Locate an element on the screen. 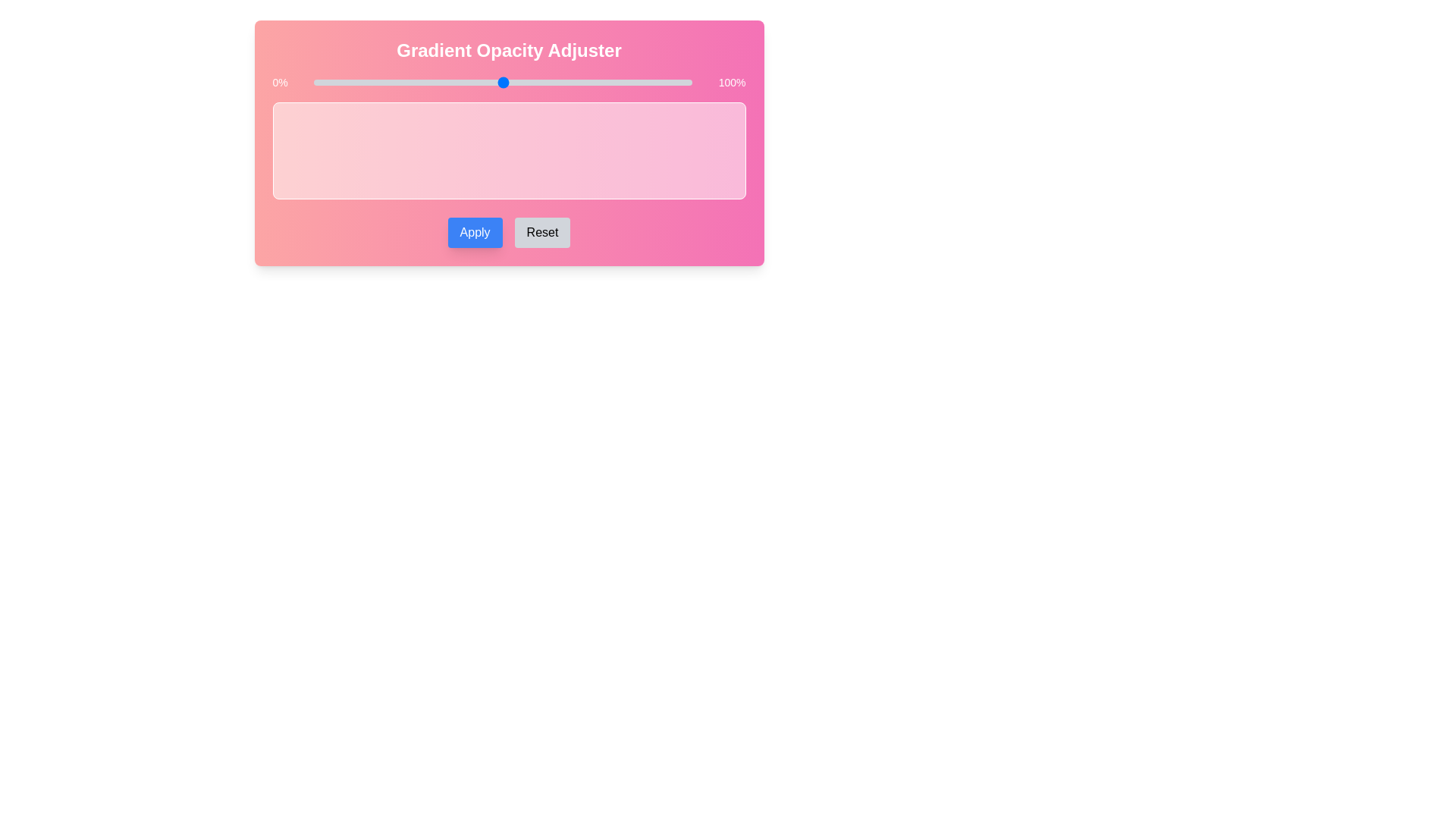 Image resolution: width=1456 pixels, height=819 pixels. the slider to set the gradient opacity to 40% is located at coordinates (464, 82).